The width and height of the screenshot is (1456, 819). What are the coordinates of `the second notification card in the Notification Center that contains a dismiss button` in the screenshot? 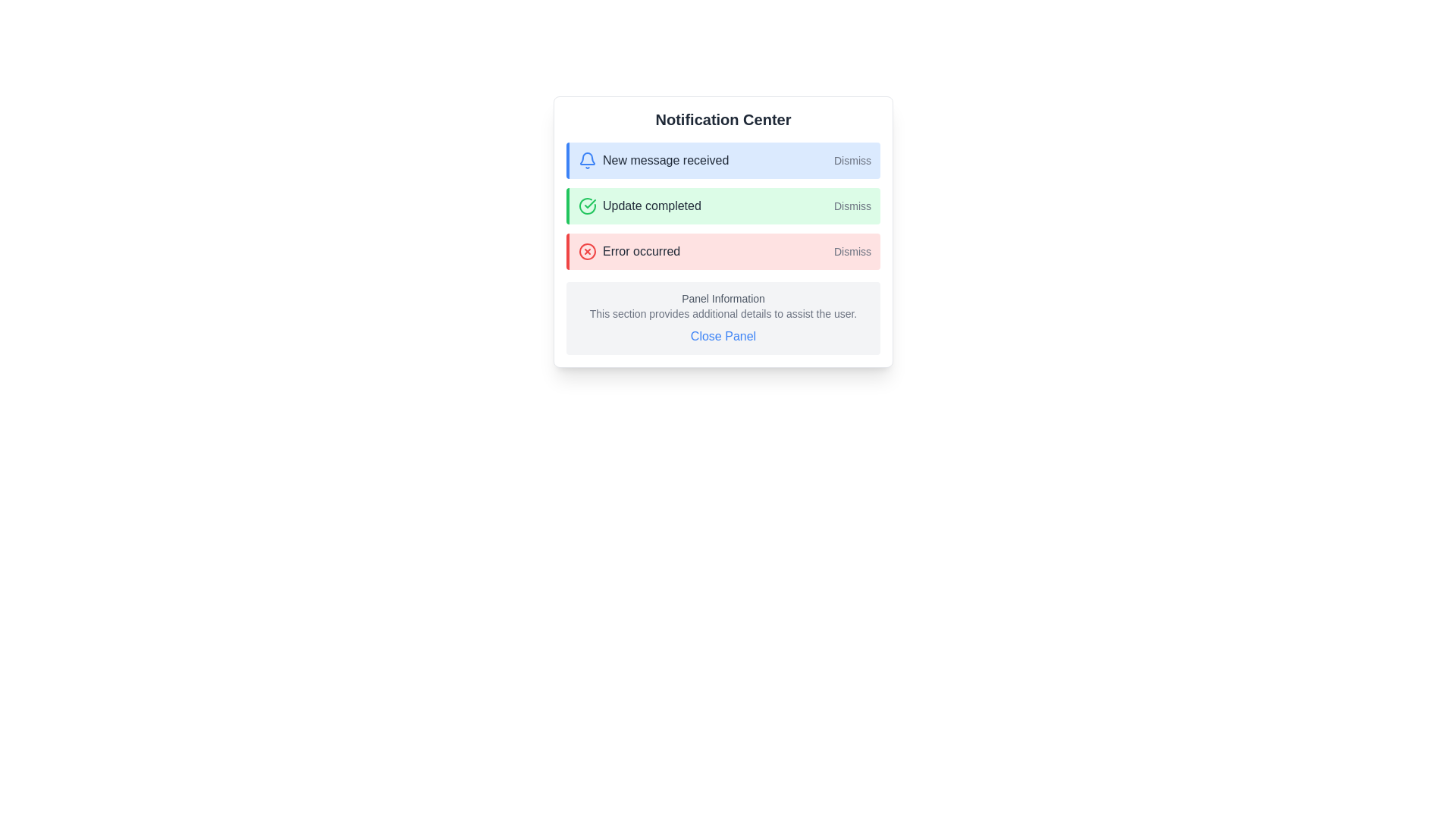 It's located at (723, 231).